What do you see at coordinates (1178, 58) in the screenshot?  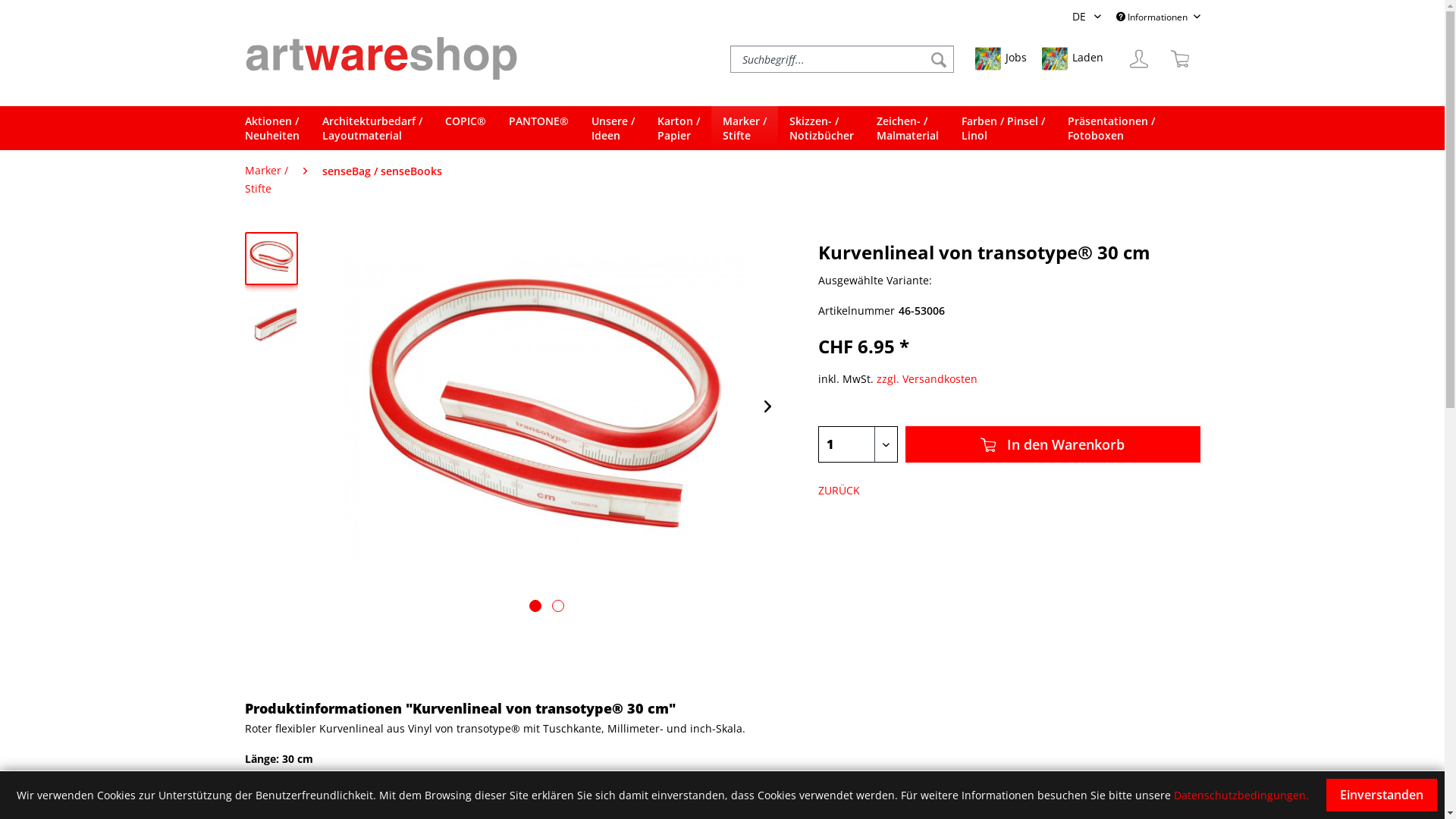 I see `'Warenkorb'` at bounding box center [1178, 58].